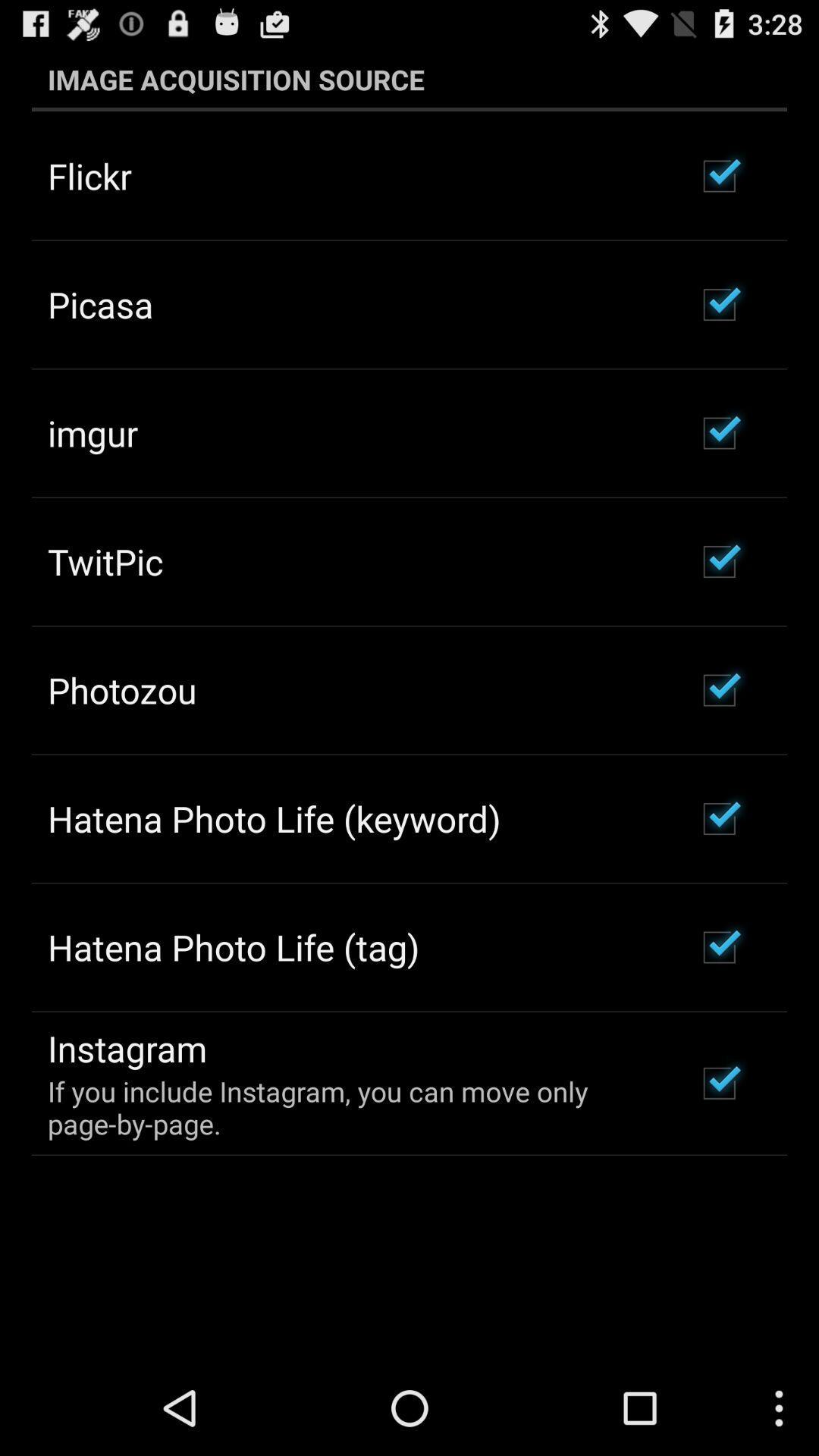 Image resolution: width=819 pixels, height=1456 pixels. Describe the element at coordinates (93, 432) in the screenshot. I see `imgur` at that location.